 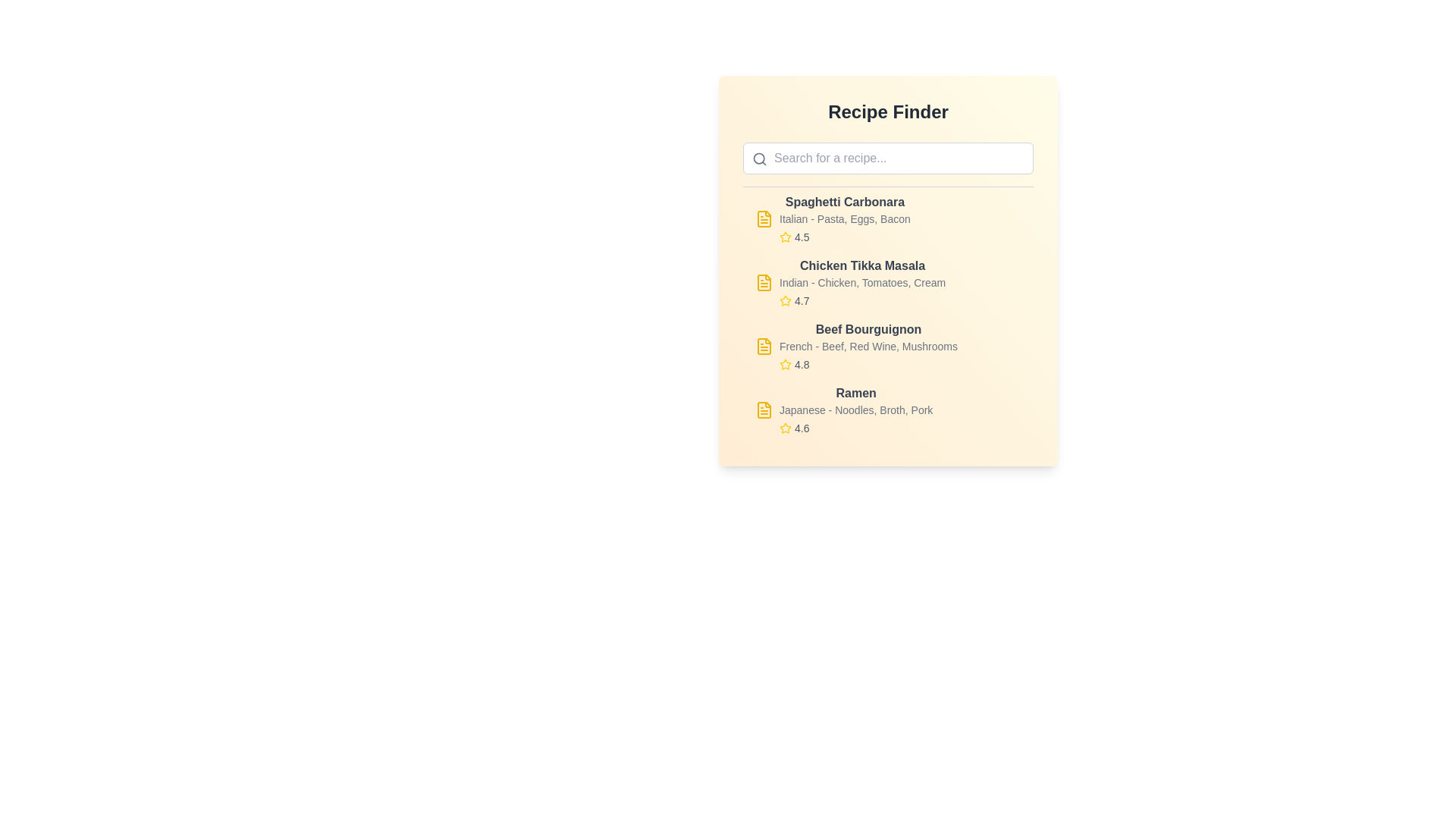 What do you see at coordinates (786, 237) in the screenshot?
I see `the star SVG icon indicating a rating value located to the left of the text '4.5' at the top of the first item in a vertical list` at bounding box center [786, 237].